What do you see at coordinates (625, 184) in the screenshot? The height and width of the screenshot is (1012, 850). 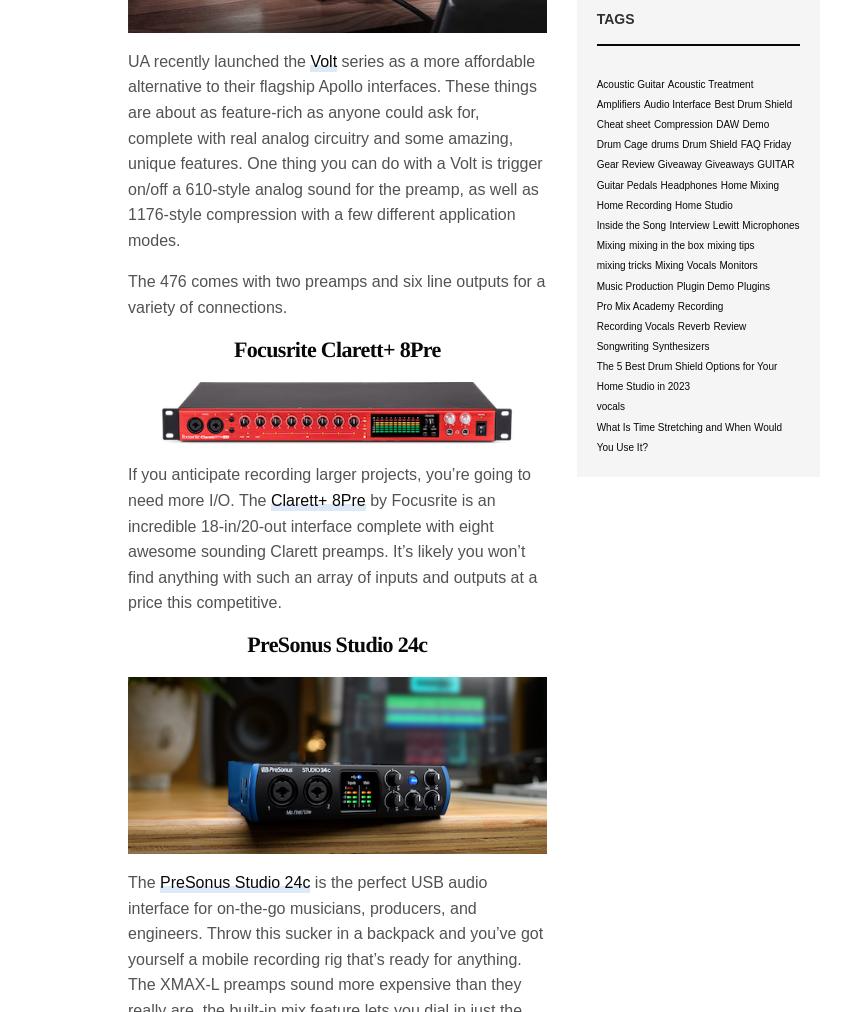 I see `'Guitar Pedals'` at bounding box center [625, 184].